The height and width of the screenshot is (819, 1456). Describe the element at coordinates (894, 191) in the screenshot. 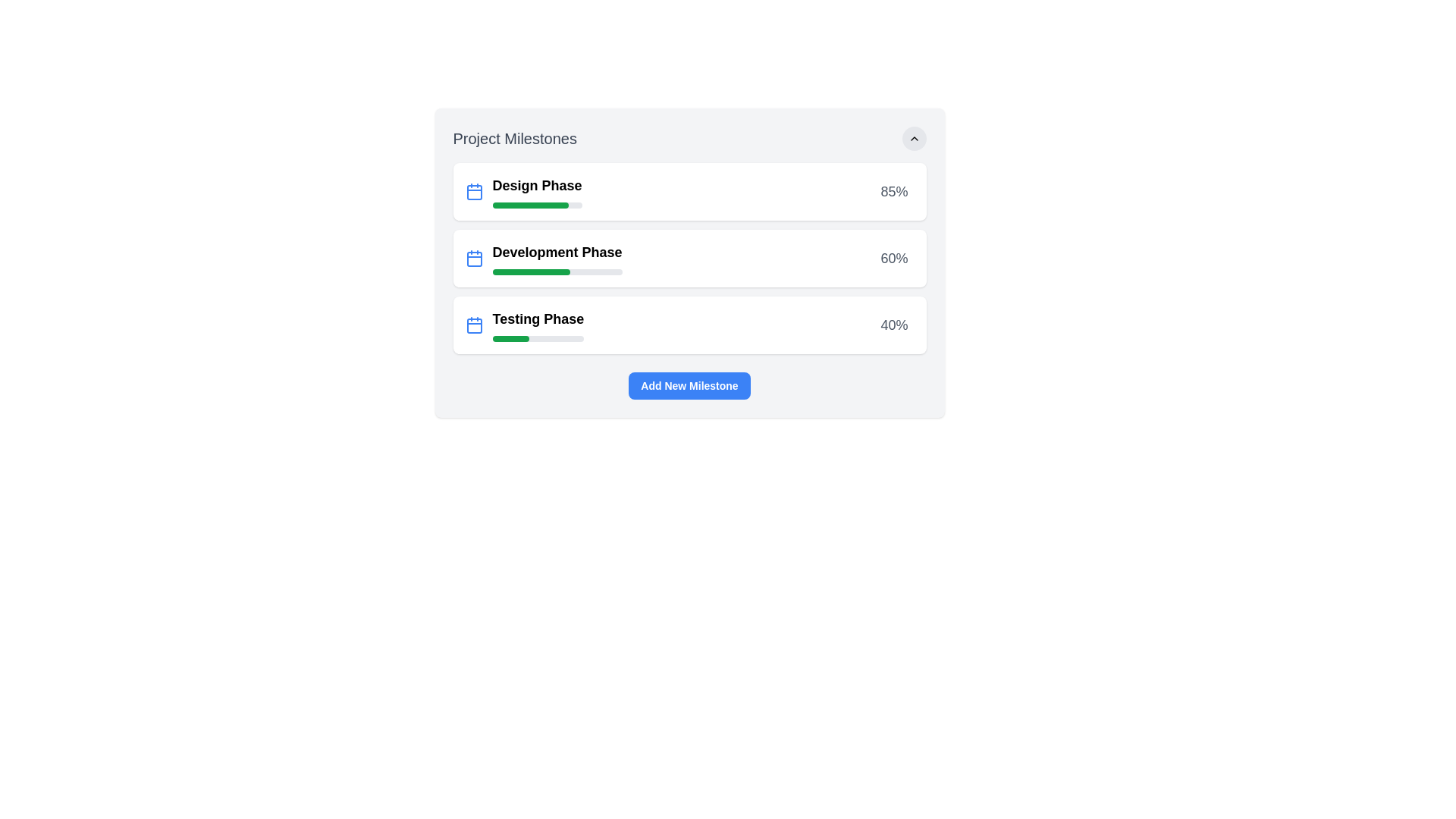

I see `the text label displaying '85%' in bold gray font, located at the far right of the 'Design Phase' progress tracking row` at that location.